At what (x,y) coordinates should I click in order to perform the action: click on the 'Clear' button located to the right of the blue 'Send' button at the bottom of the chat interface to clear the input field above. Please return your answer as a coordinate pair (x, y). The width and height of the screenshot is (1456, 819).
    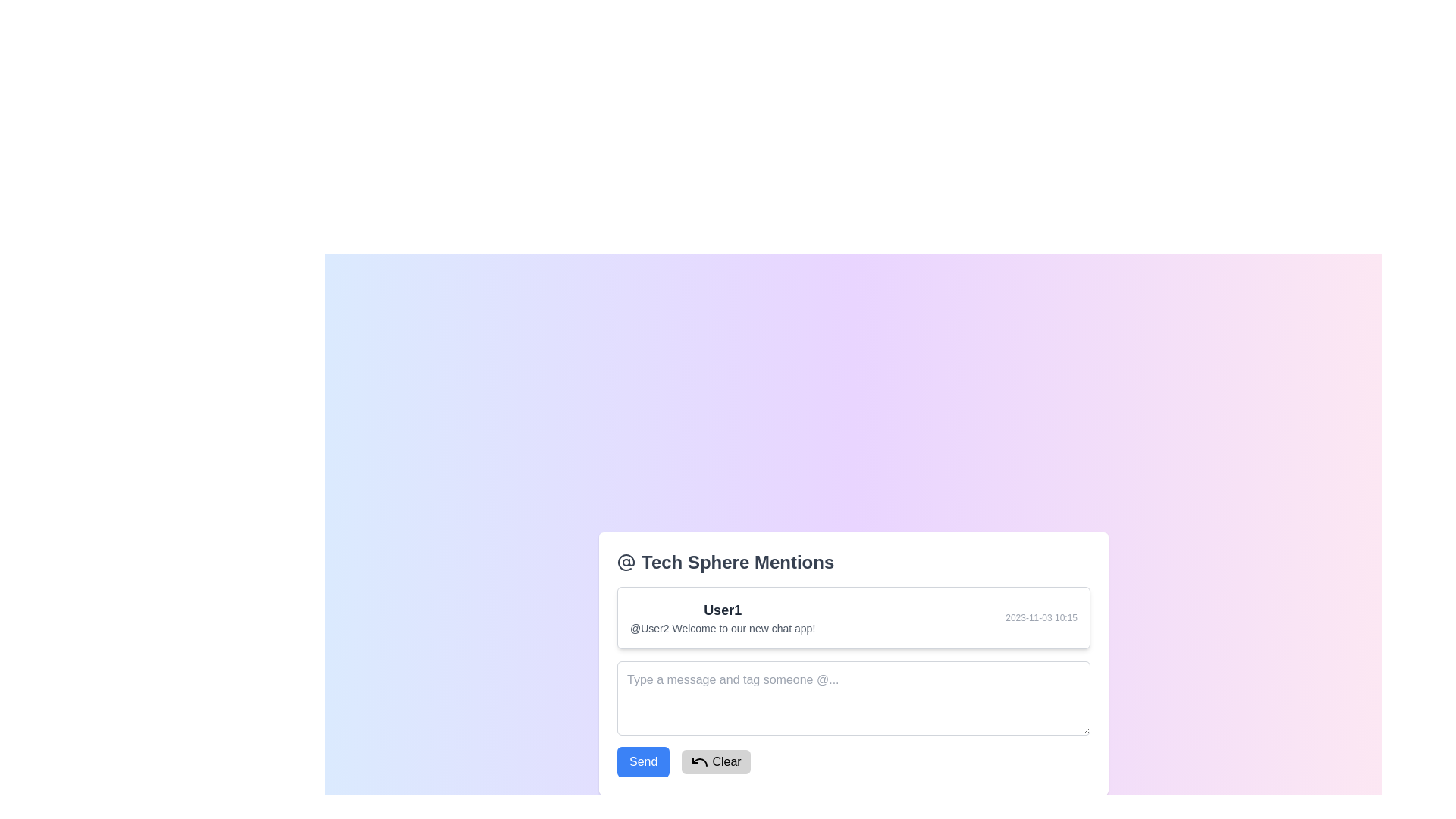
    Looking at the image, I should click on (715, 761).